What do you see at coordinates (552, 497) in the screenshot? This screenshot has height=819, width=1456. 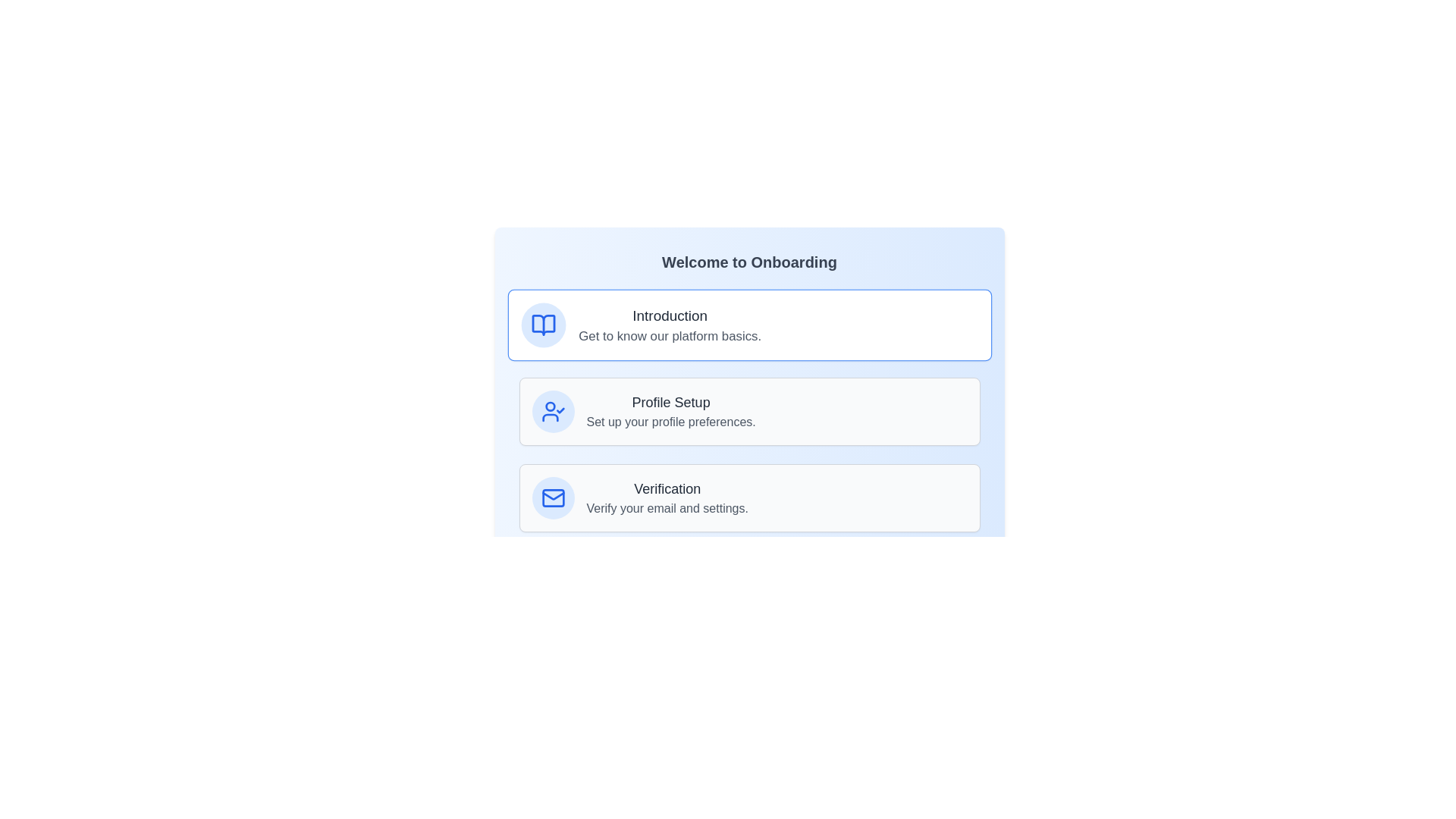 I see `the circular blue icon featuring a mail envelope, which is located next to the title 'Verification' and the description 'Verify your email and settings.'` at bounding box center [552, 497].